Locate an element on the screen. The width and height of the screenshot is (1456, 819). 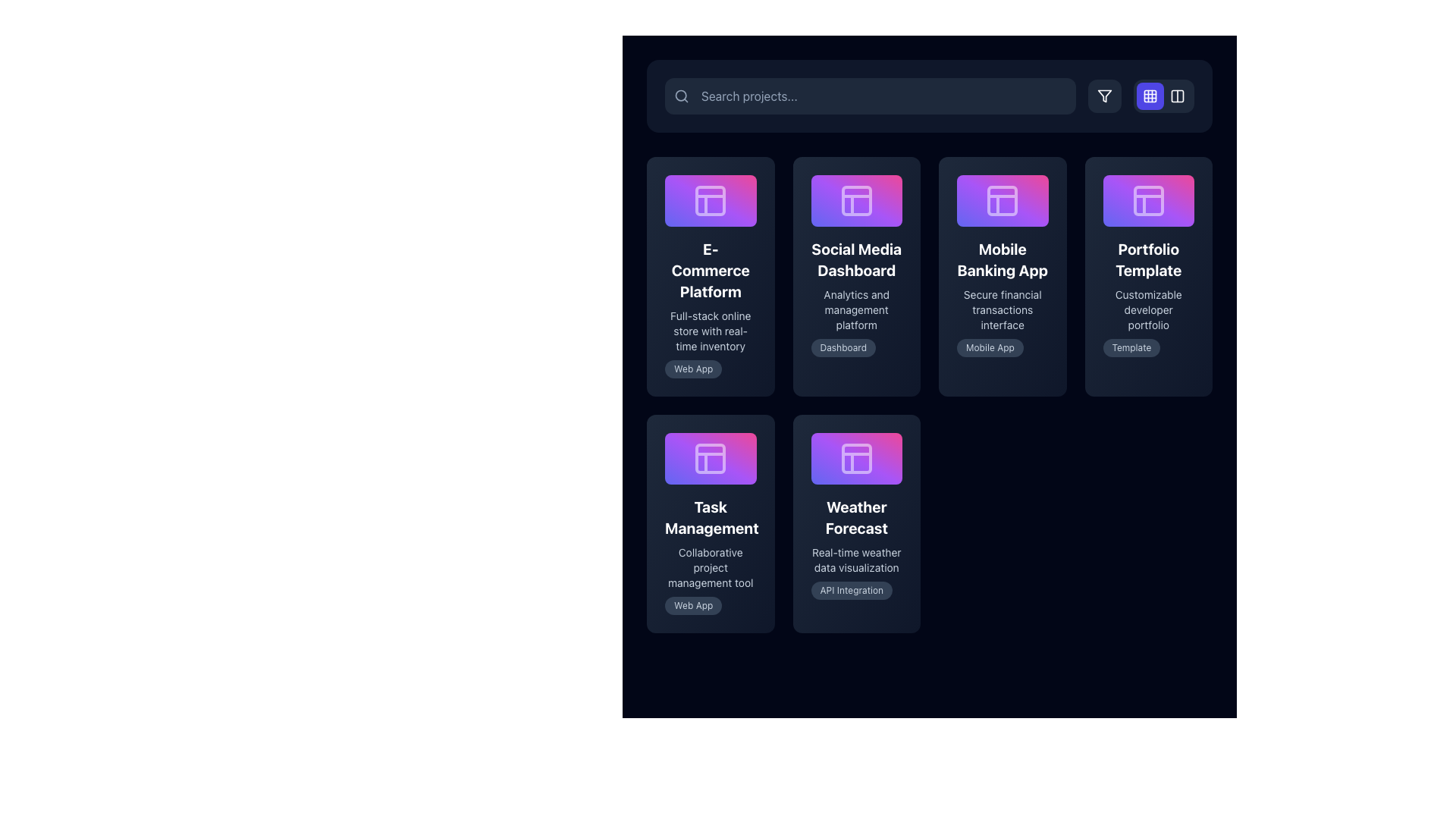
the 'Mobile Banking App' card, which has a gradient background and is the third card in the first row, for rearrangement is located at coordinates (1003, 276).